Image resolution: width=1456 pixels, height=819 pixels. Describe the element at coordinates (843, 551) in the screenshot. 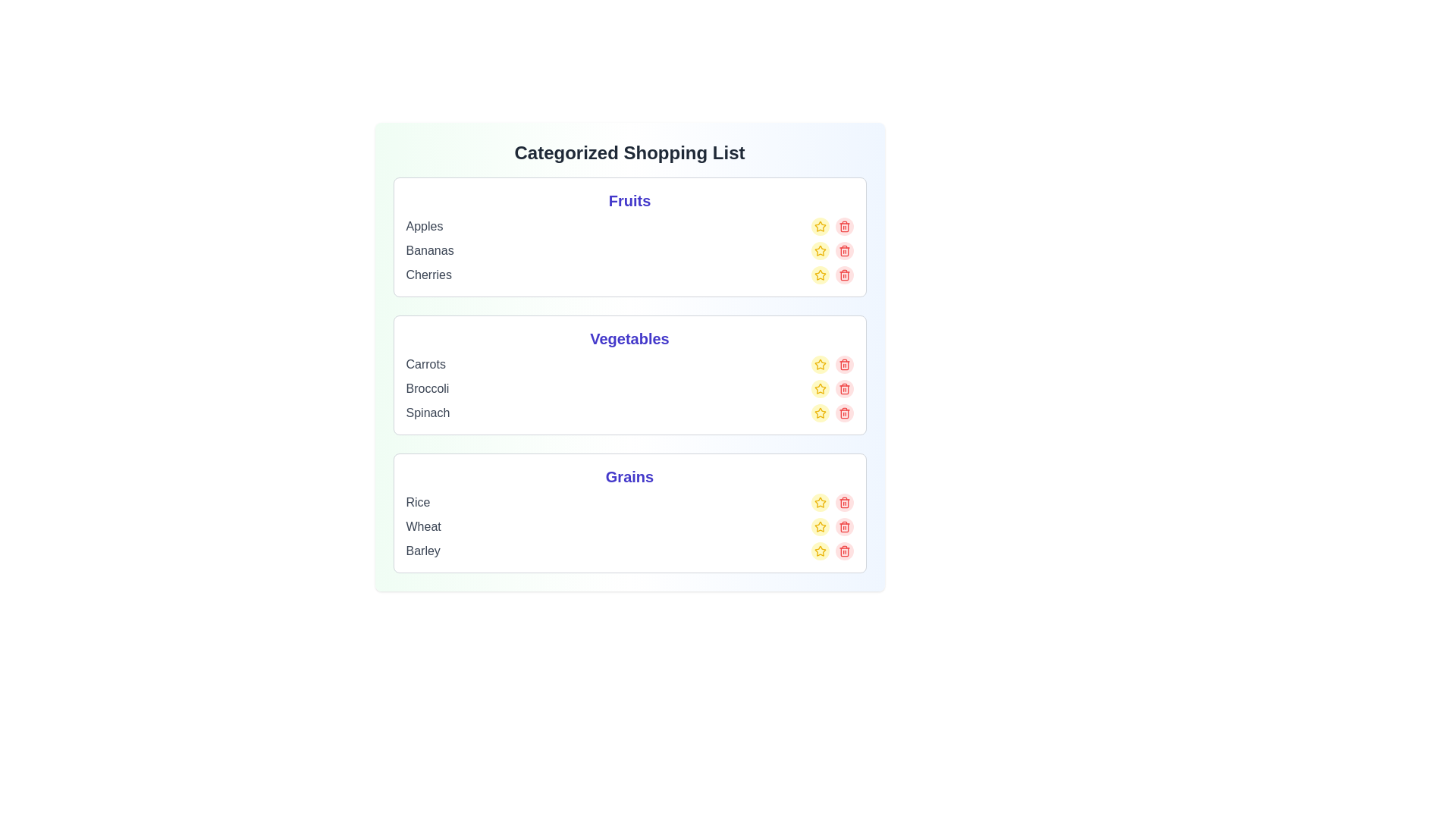

I see `the delete button for the item Barley` at that location.